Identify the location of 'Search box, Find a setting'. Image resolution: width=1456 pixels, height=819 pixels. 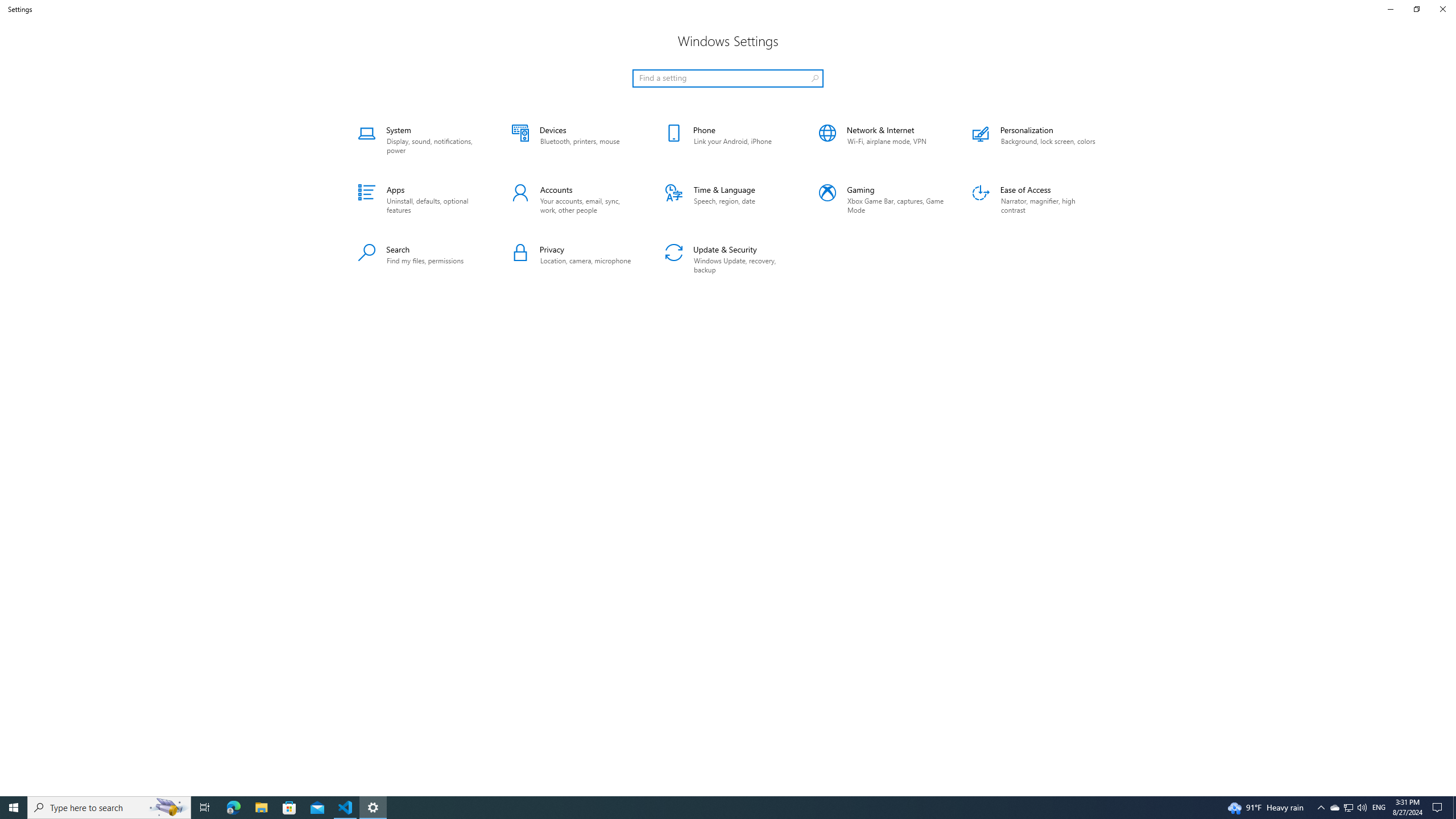
(728, 78).